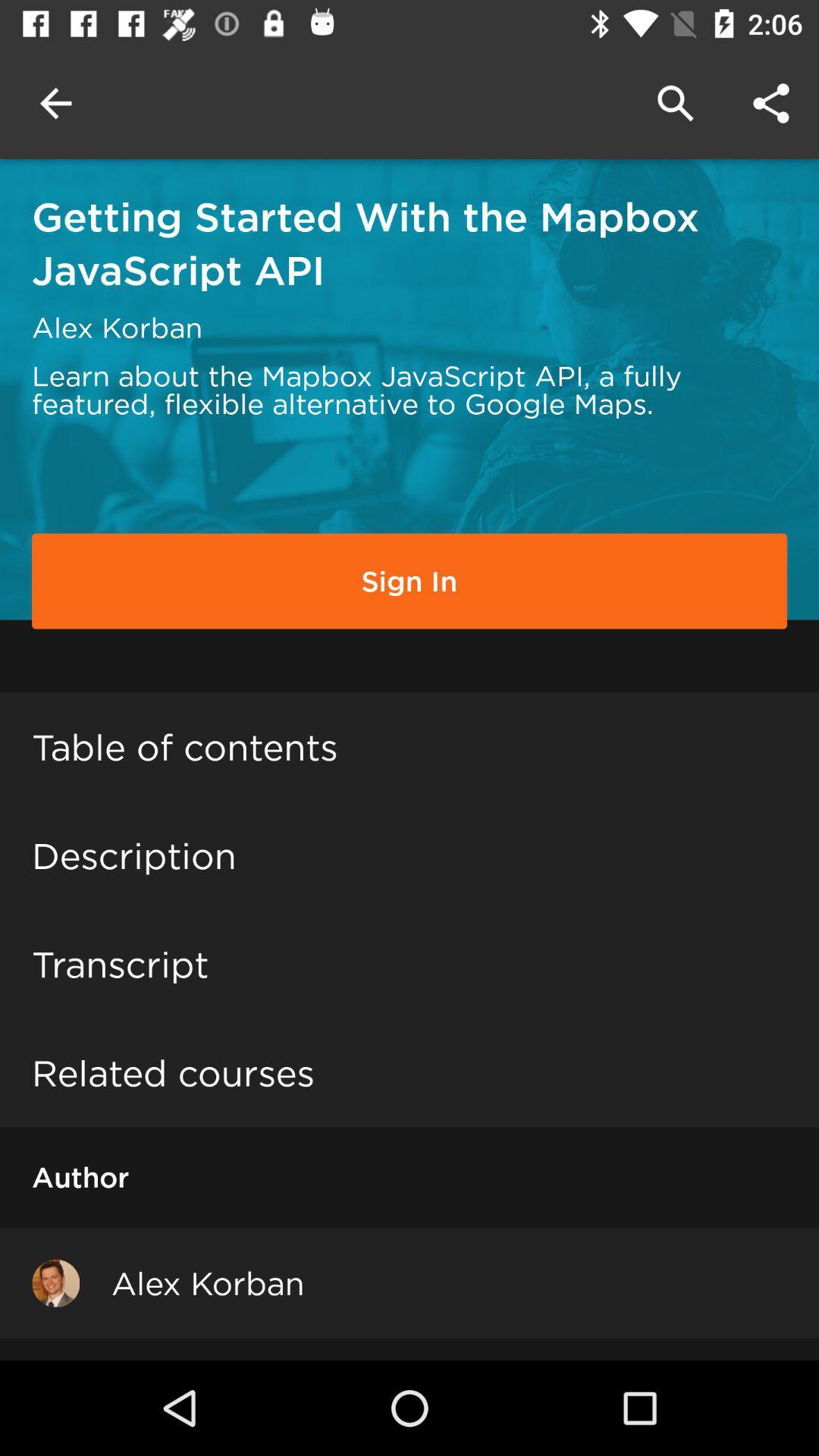 This screenshot has width=819, height=1456. I want to click on the icon at the top left corner, so click(55, 102).